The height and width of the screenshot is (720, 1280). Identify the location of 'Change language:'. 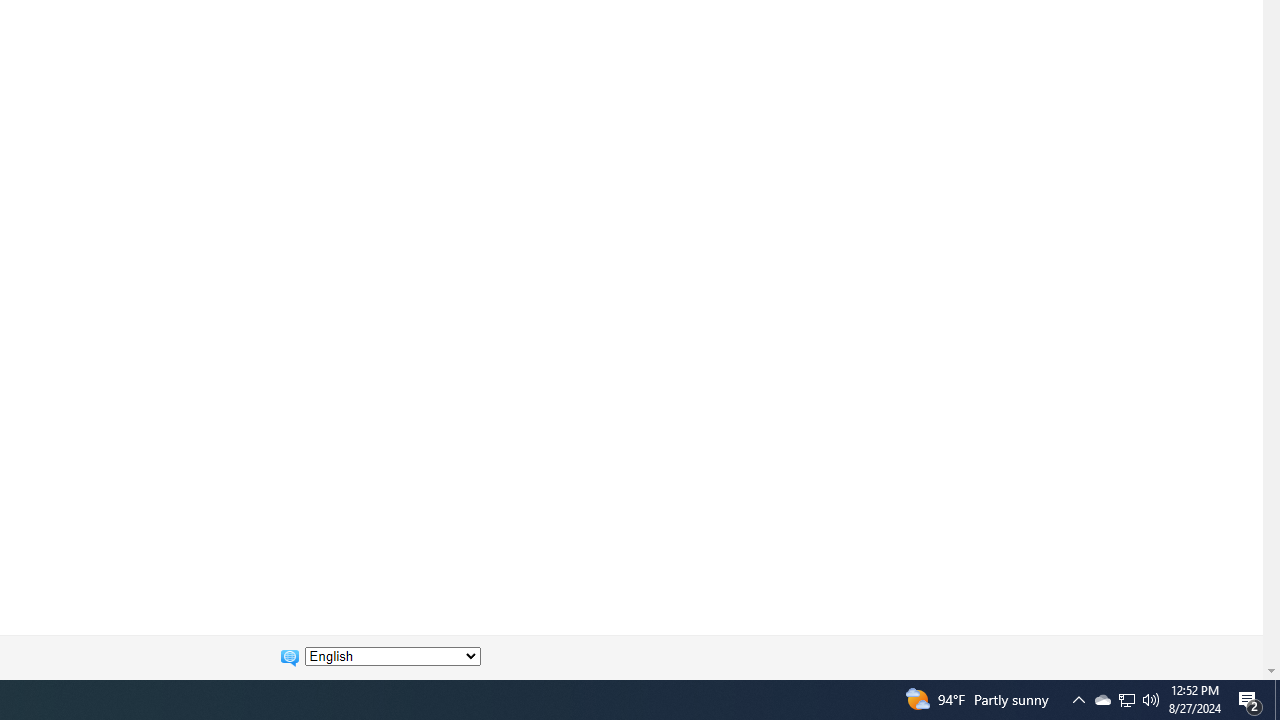
(392, 656).